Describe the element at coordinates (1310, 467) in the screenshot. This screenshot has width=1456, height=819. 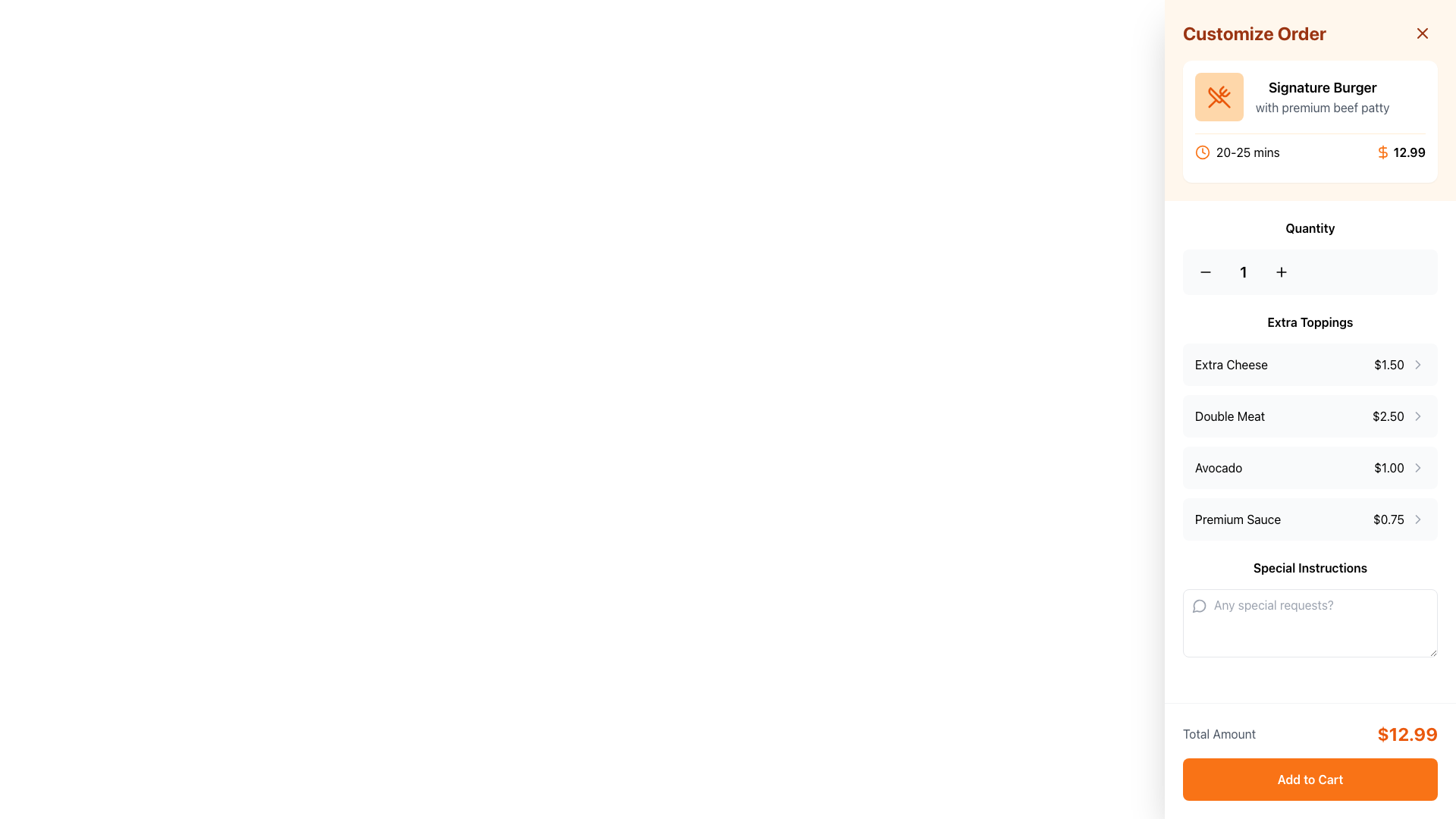
I see `the selectable list item representing an extra topping option in the right-hand column under the 'Extra Toppings' section` at that location.